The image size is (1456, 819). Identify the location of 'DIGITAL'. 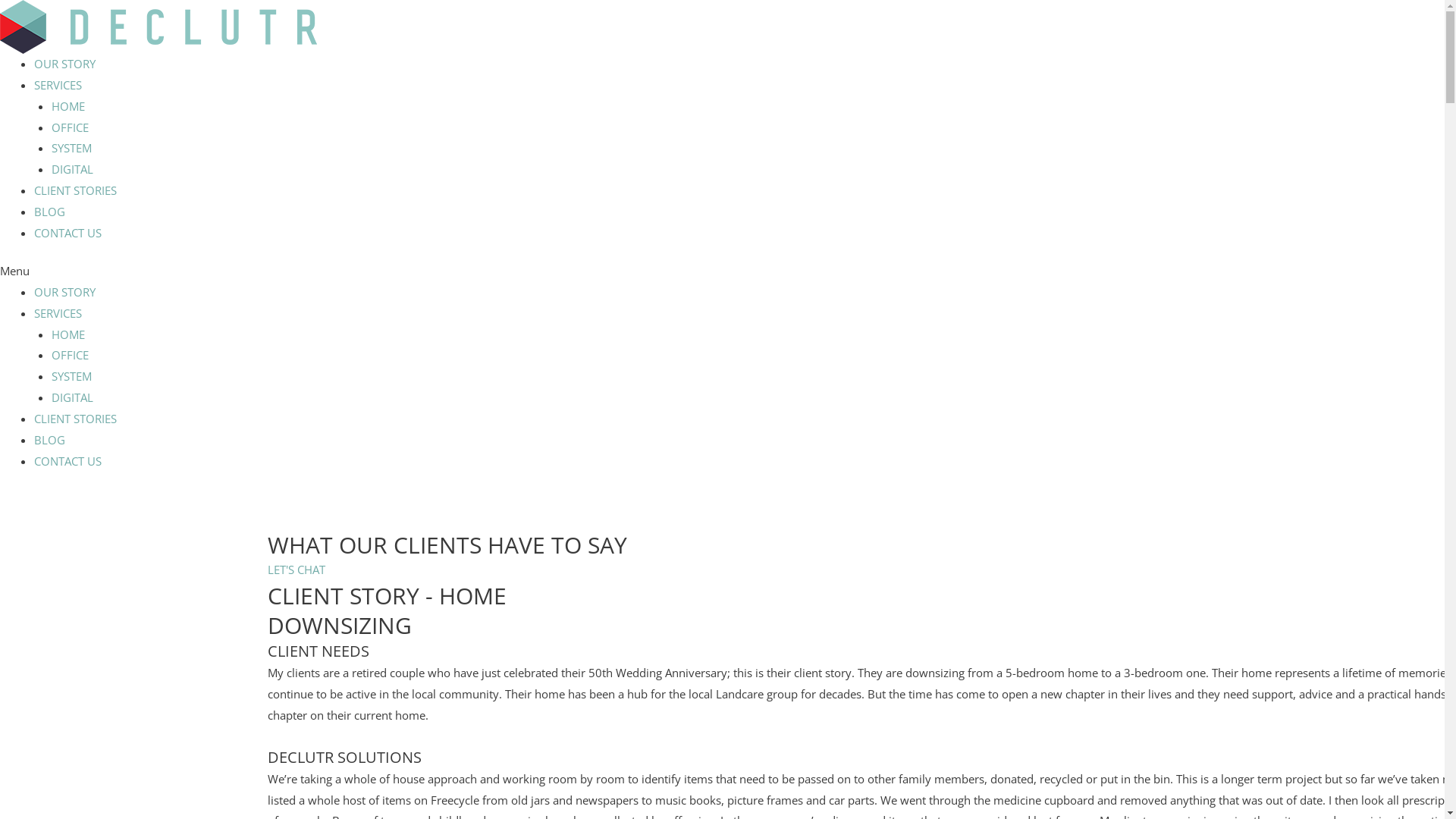
(71, 397).